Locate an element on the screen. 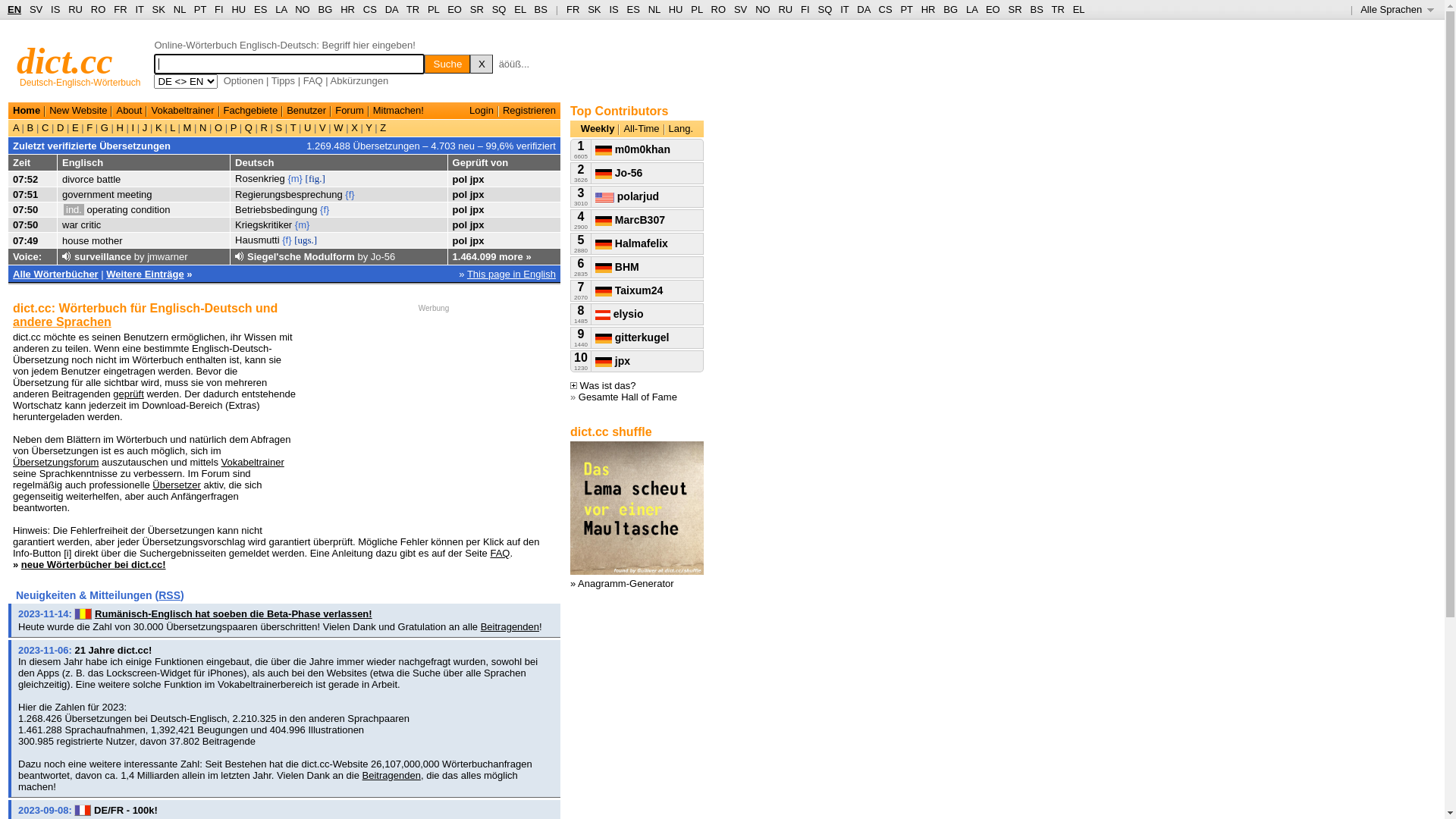 Image resolution: width=1456 pixels, height=819 pixels. '07:50' is located at coordinates (25, 224).